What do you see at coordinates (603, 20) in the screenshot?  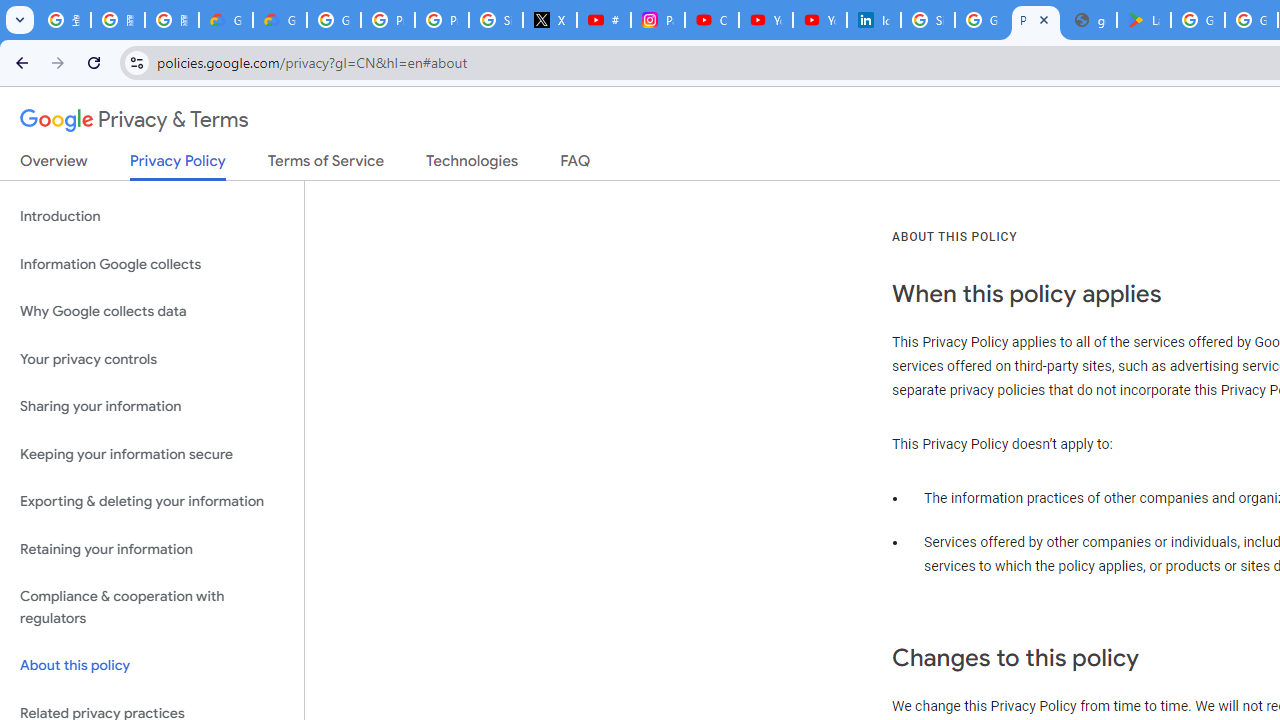 I see `'#nbabasketballhighlights - YouTube'` at bounding box center [603, 20].